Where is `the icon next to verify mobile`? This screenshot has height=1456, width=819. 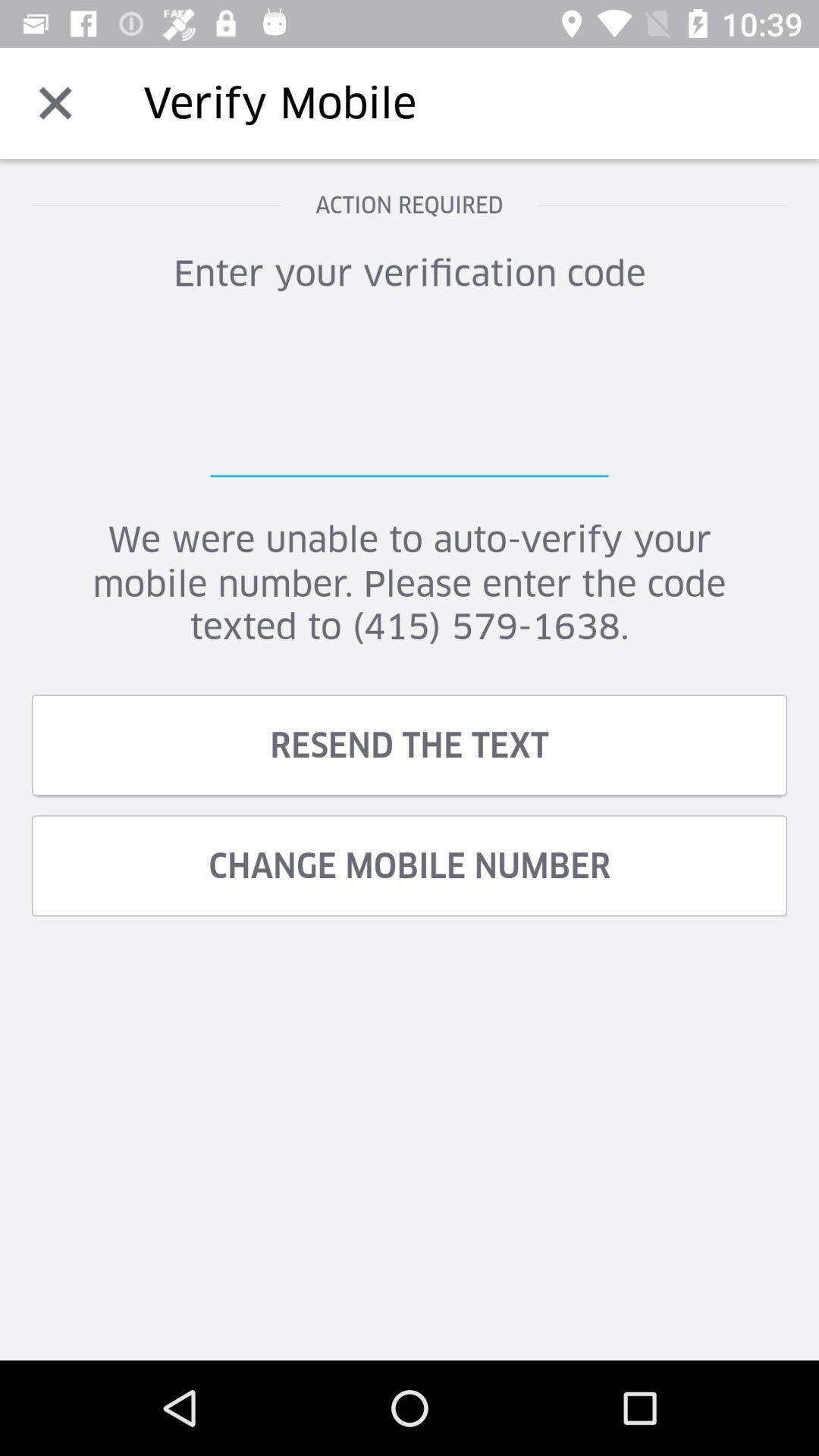
the icon next to verify mobile is located at coordinates (55, 102).